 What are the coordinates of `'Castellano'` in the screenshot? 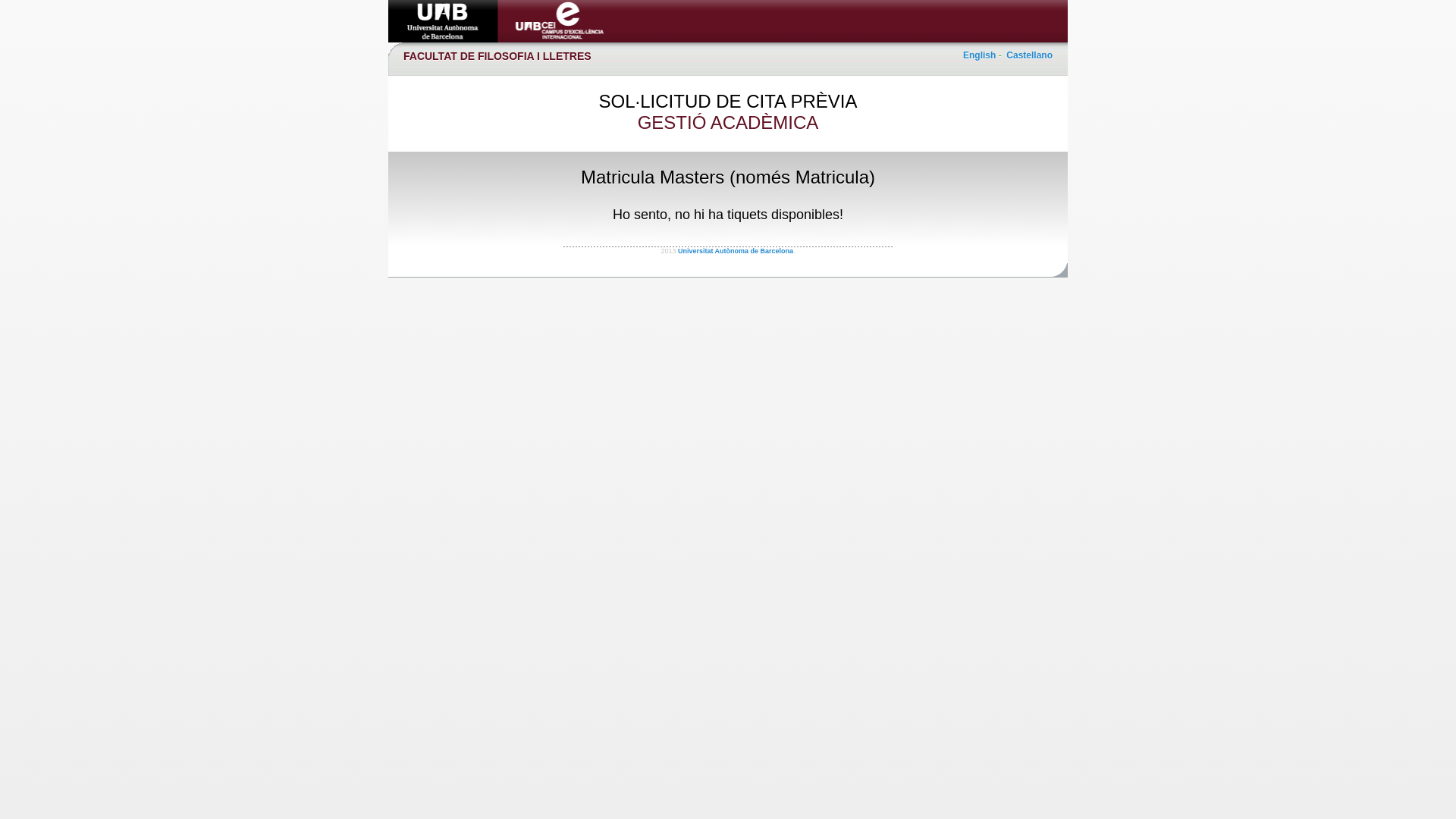 It's located at (1006, 55).